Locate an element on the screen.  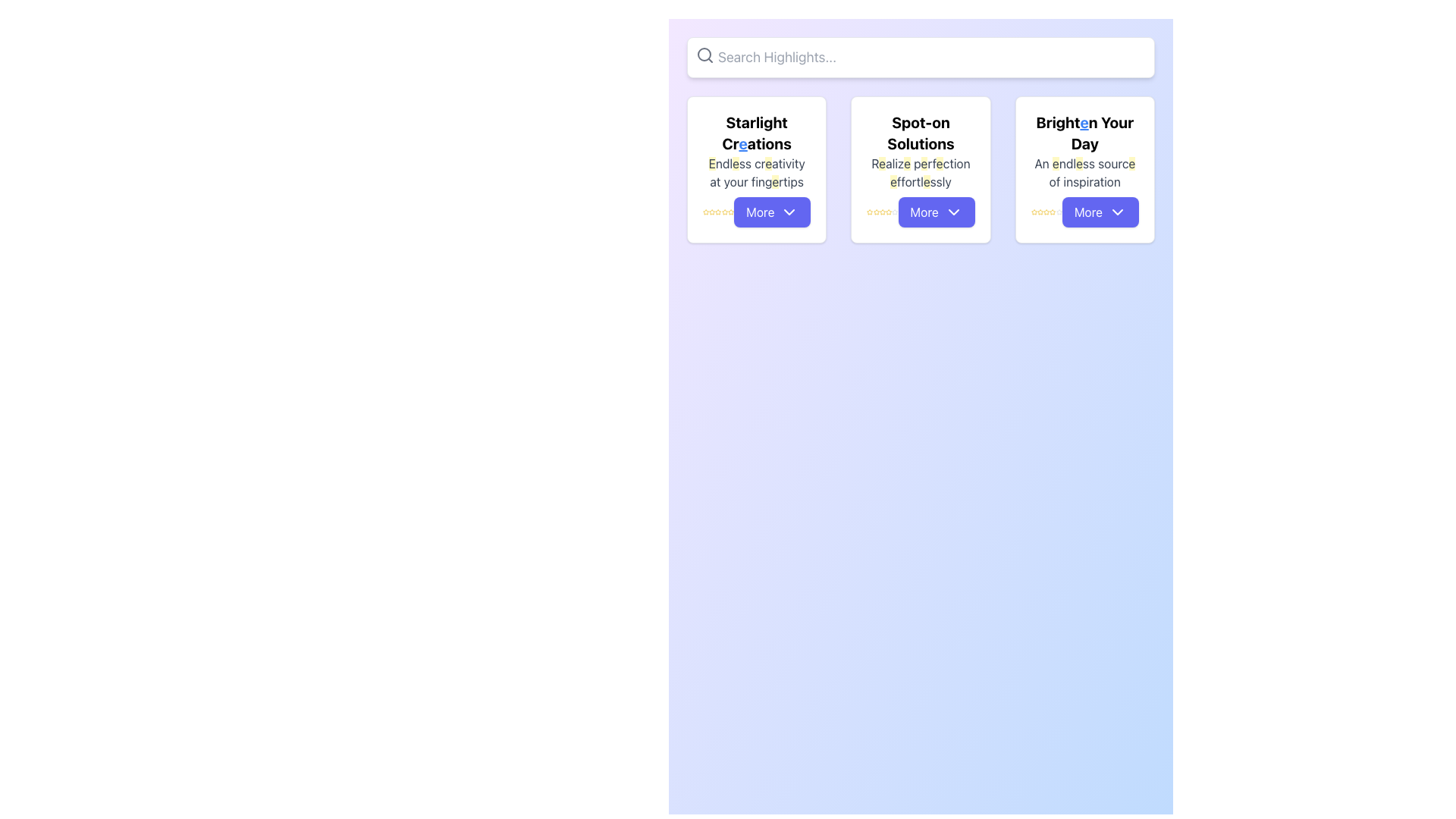
the supportive static text located below the header 'Brighten Your Day' in the third card of a horizontally aligned set of three cards is located at coordinates (1084, 171).